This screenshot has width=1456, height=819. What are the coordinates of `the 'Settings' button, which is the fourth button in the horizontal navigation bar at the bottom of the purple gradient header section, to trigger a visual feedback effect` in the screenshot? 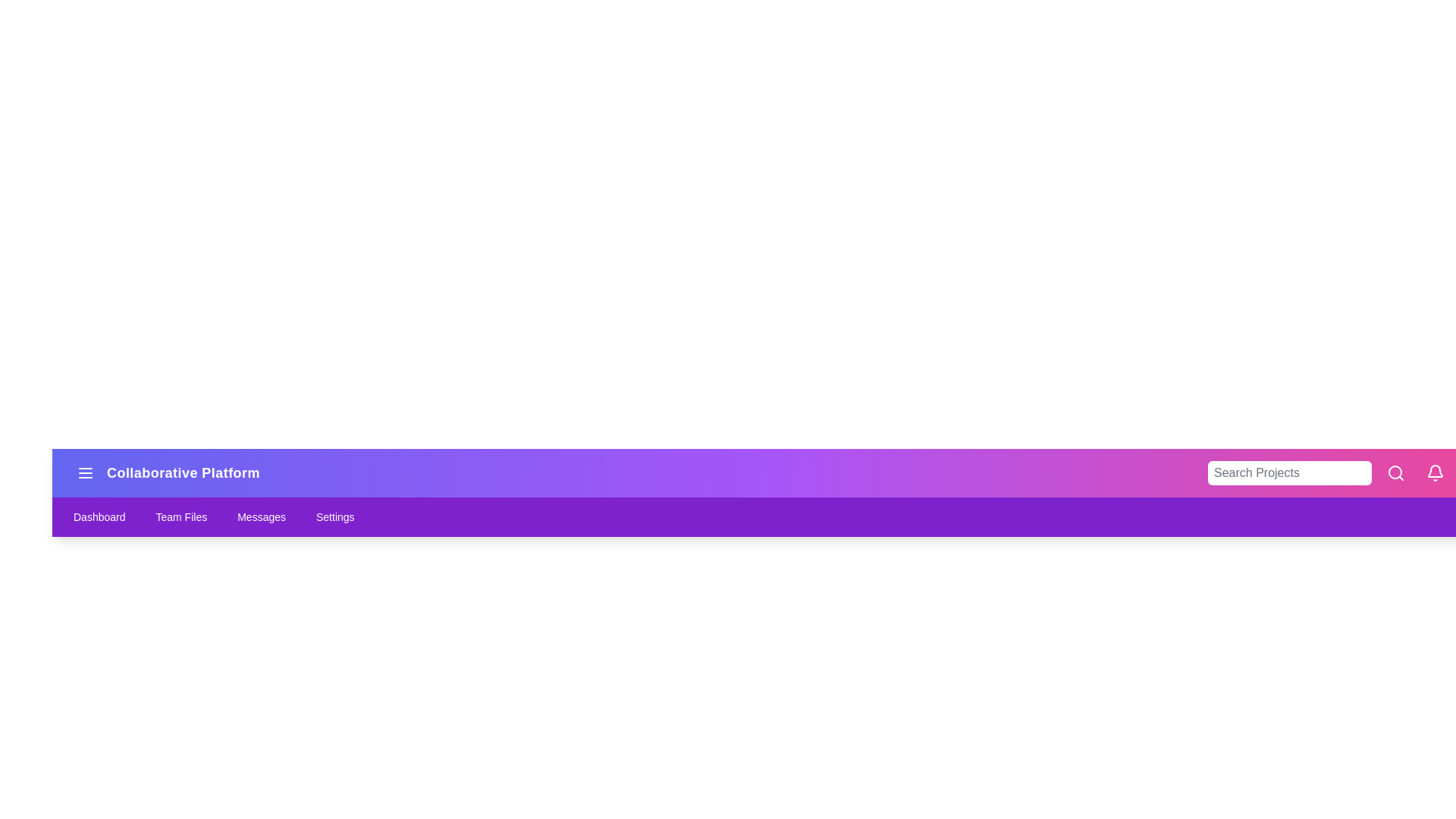 It's located at (334, 516).